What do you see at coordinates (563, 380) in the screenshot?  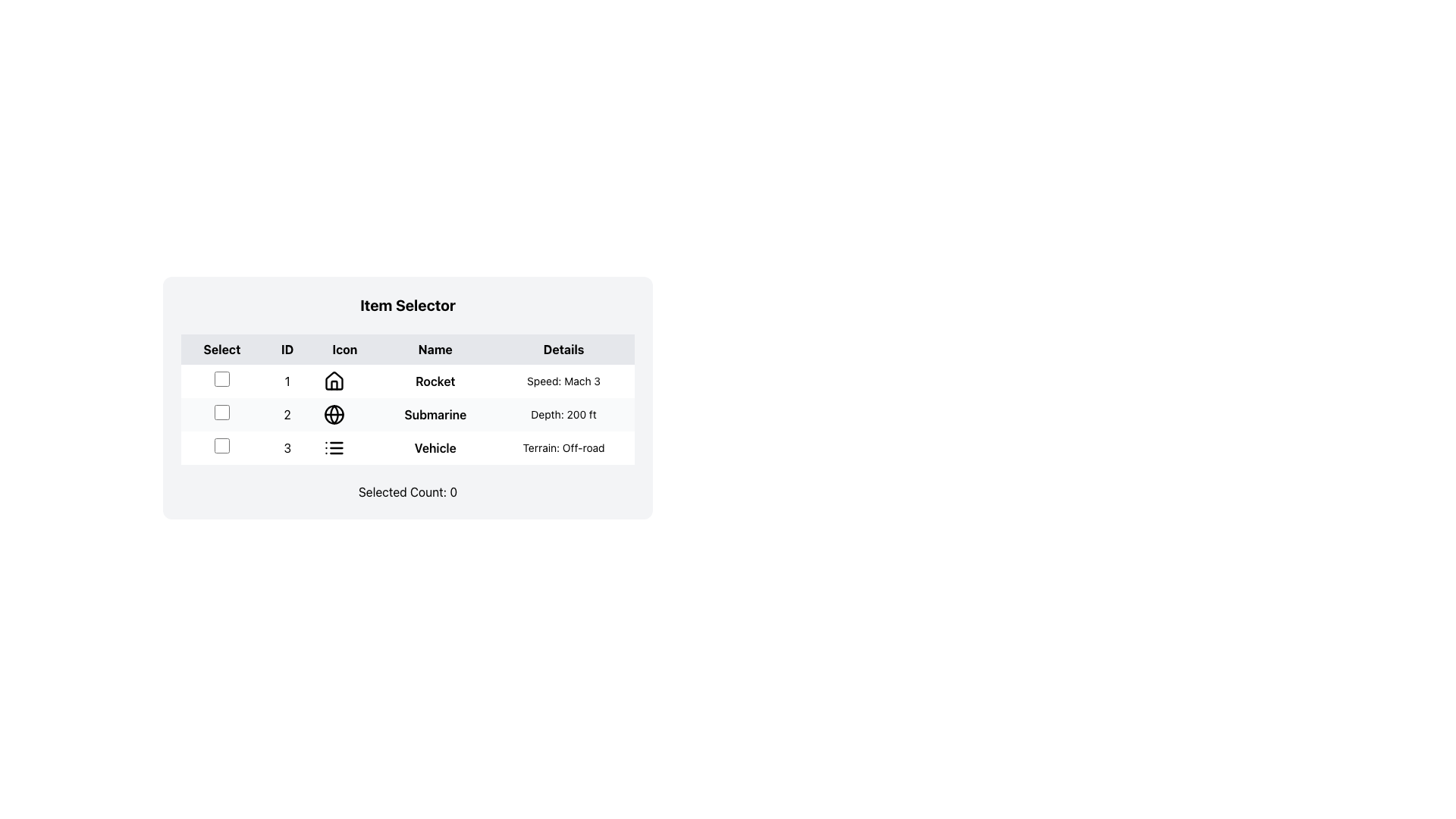 I see `the Text label providing speed characteristics associated with the 'Rocket' entry in the table, located in row '1' under the 'Details' column` at bounding box center [563, 380].